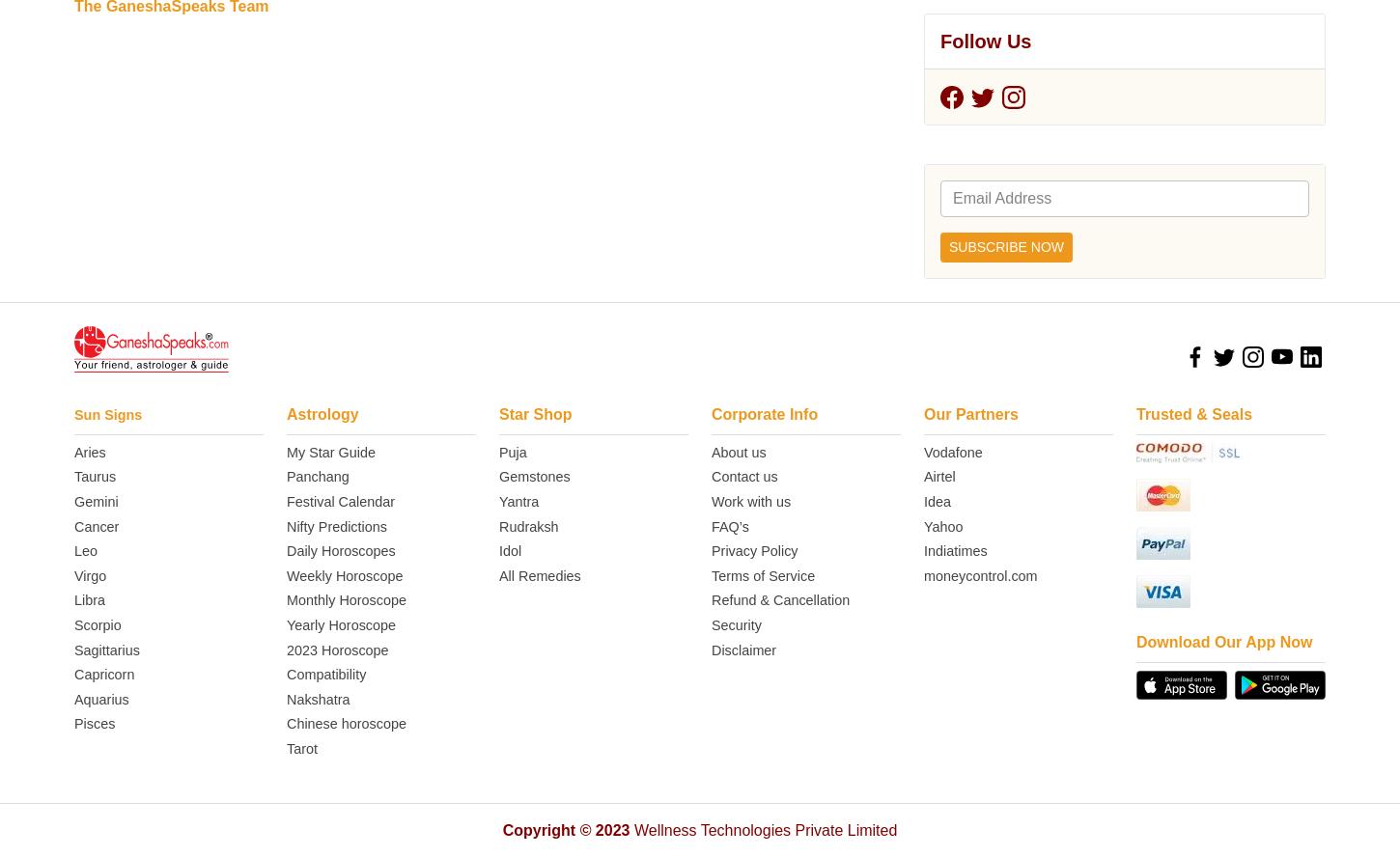 The width and height of the screenshot is (1400, 857). Describe the element at coordinates (100, 87) in the screenshot. I see `'Aquarius'` at that location.